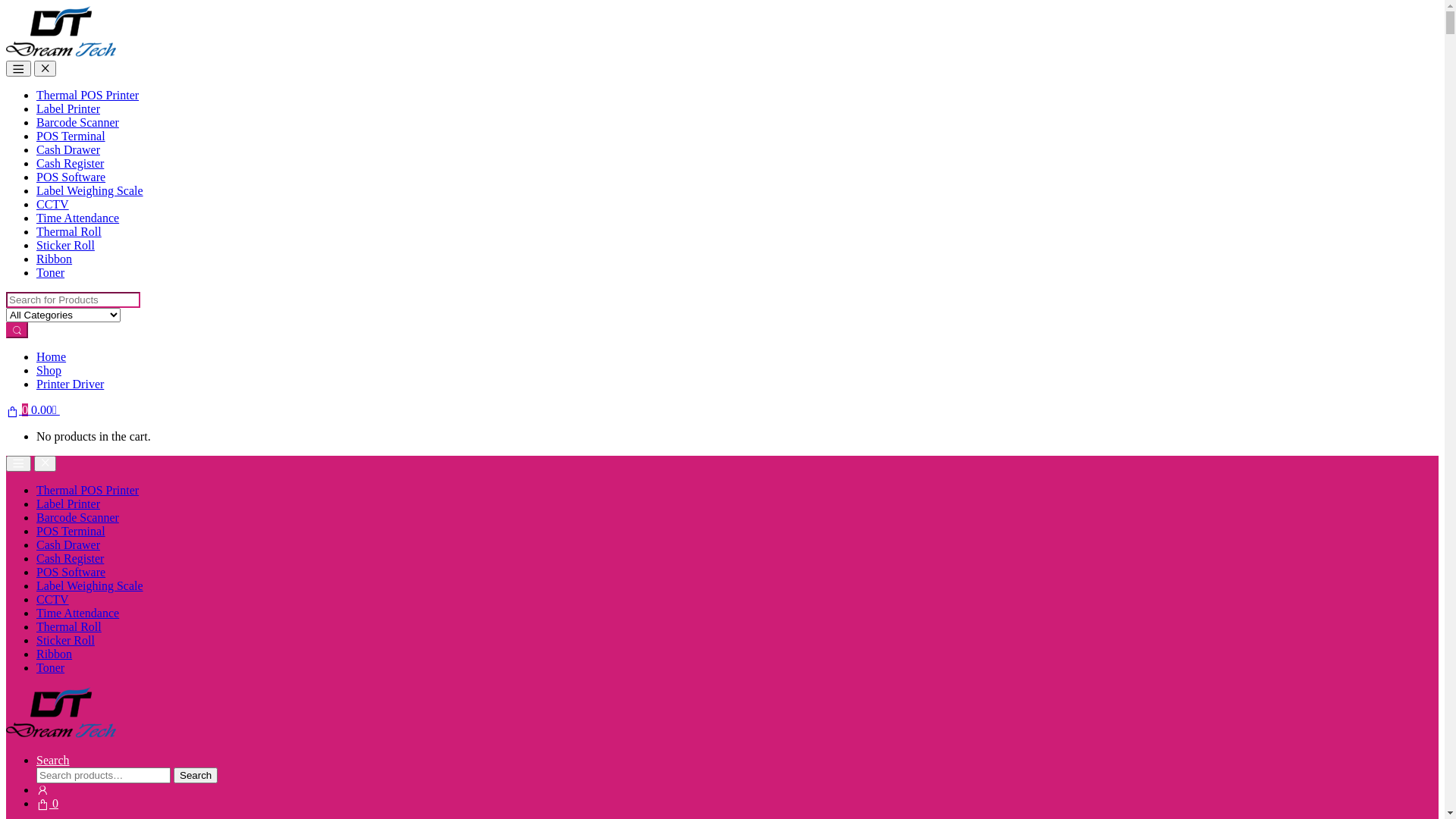  Describe the element at coordinates (67, 544) in the screenshot. I see `'Cash Drawer'` at that location.